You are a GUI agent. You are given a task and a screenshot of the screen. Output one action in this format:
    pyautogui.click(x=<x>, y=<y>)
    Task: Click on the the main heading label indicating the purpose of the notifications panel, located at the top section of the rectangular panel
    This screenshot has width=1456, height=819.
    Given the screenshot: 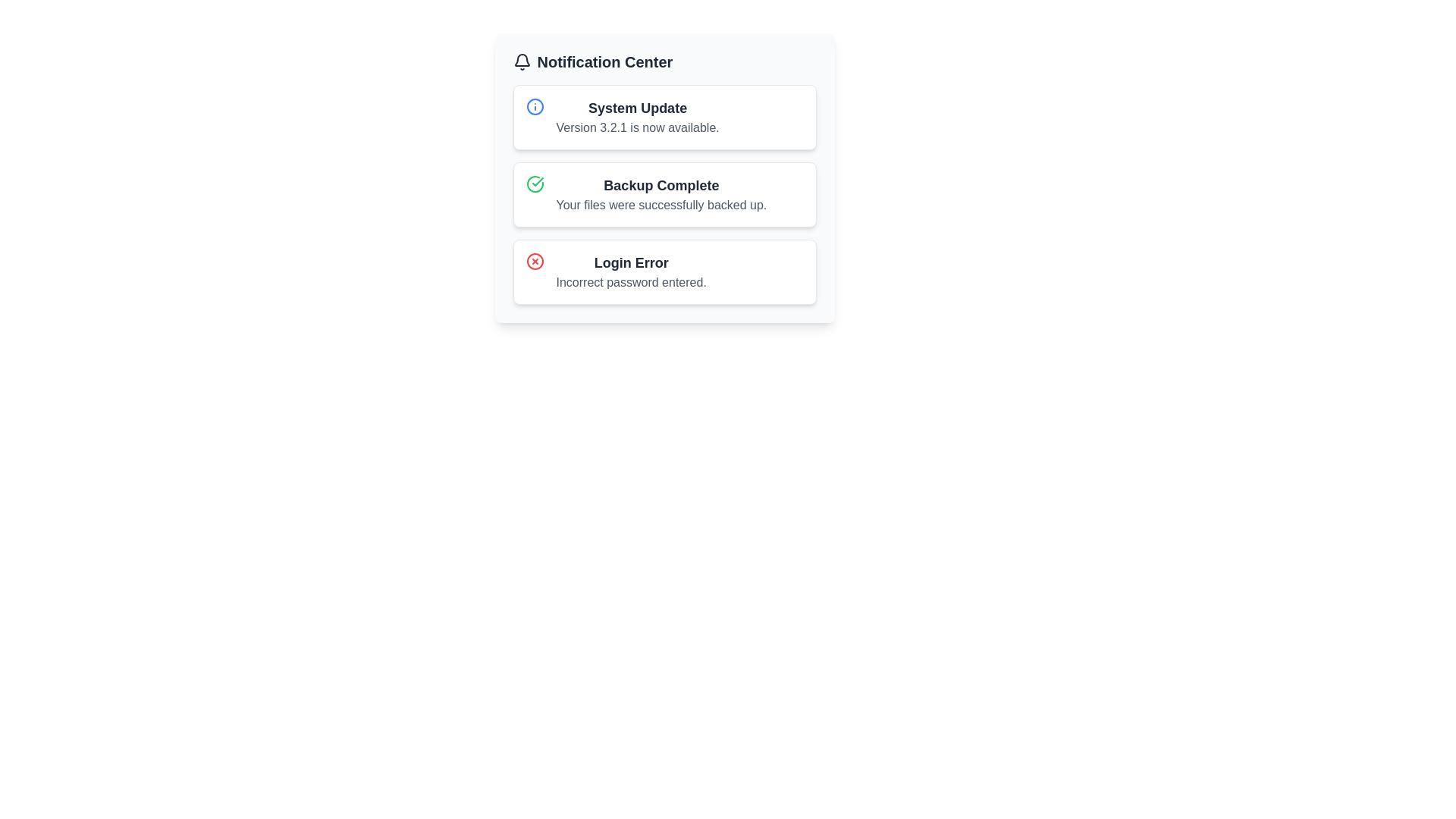 What is the action you would take?
    pyautogui.click(x=604, y=61)
    